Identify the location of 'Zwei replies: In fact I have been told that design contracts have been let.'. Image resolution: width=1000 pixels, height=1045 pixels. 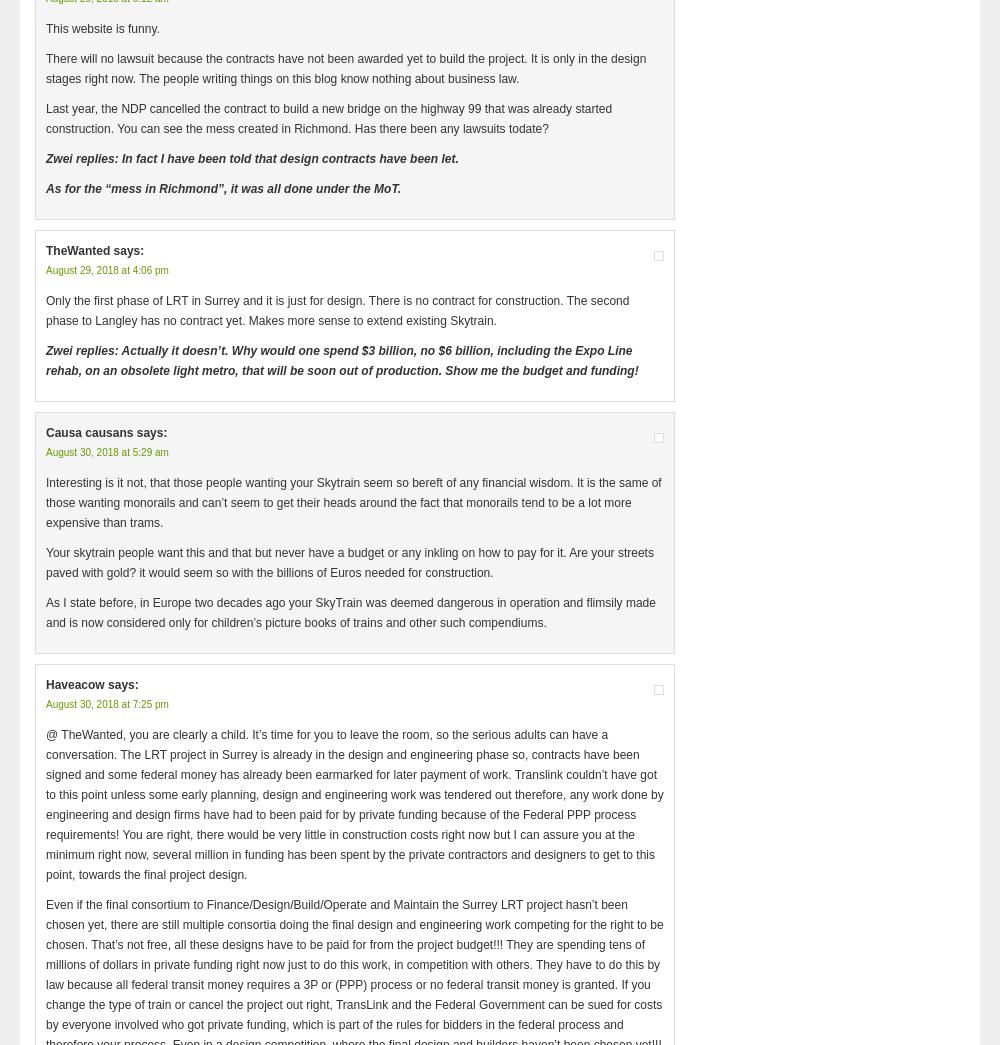
(252, 158).